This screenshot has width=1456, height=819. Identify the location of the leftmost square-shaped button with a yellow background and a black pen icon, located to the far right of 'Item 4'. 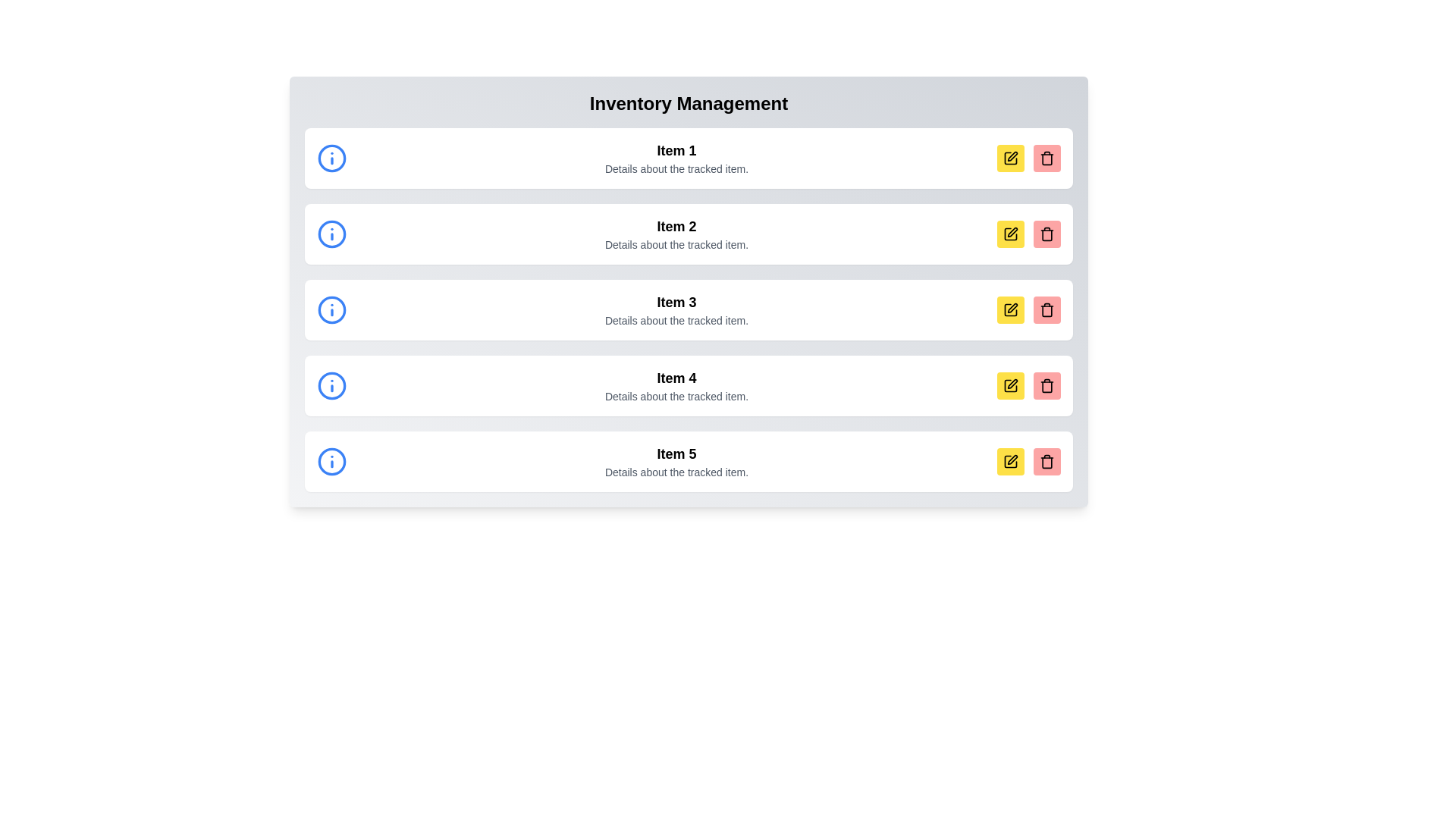
(1011, 385).